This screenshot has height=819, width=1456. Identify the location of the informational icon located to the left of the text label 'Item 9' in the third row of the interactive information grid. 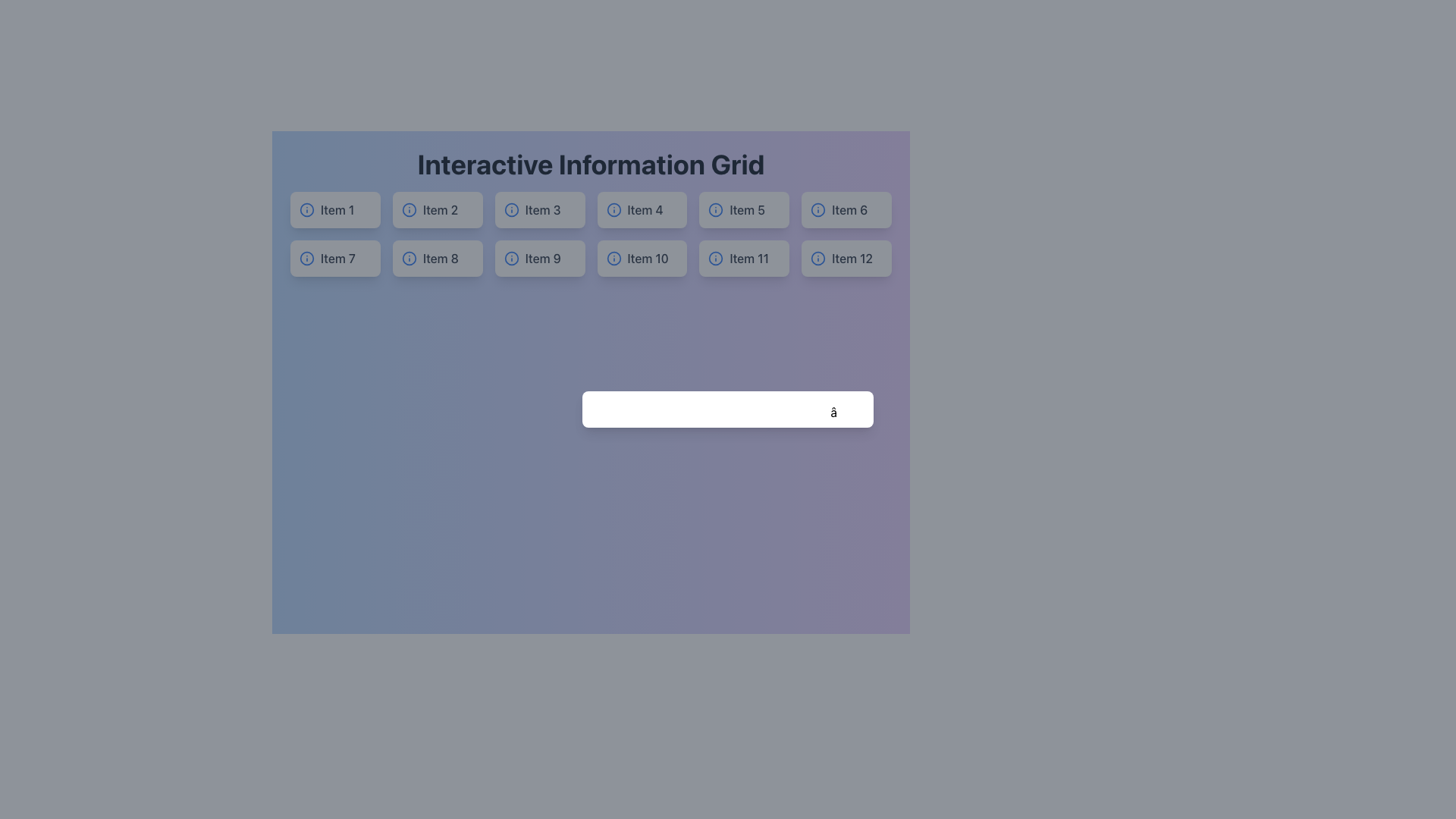
(511, 257).